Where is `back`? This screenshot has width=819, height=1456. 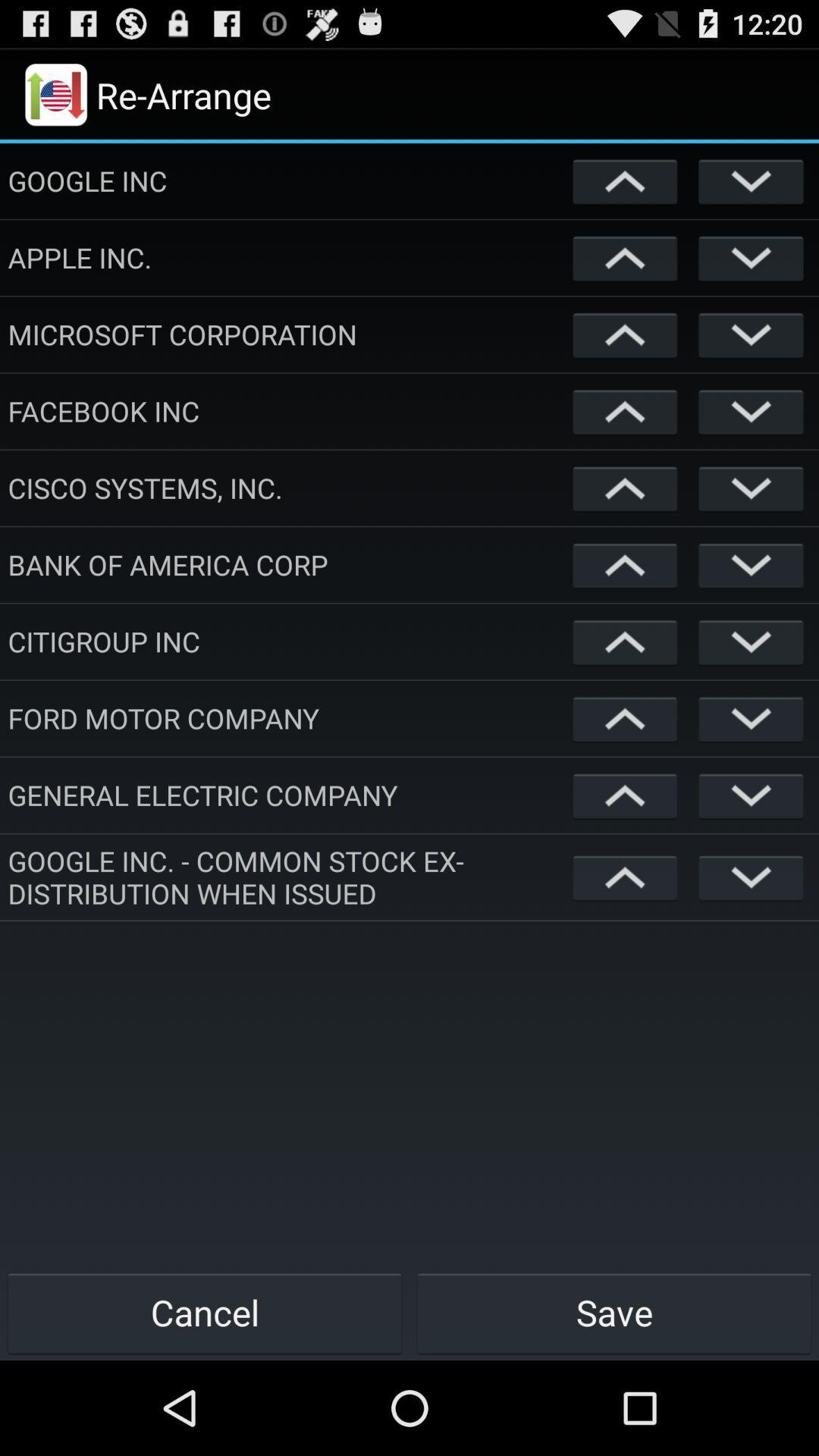 back is located at coordinates (751, 180).